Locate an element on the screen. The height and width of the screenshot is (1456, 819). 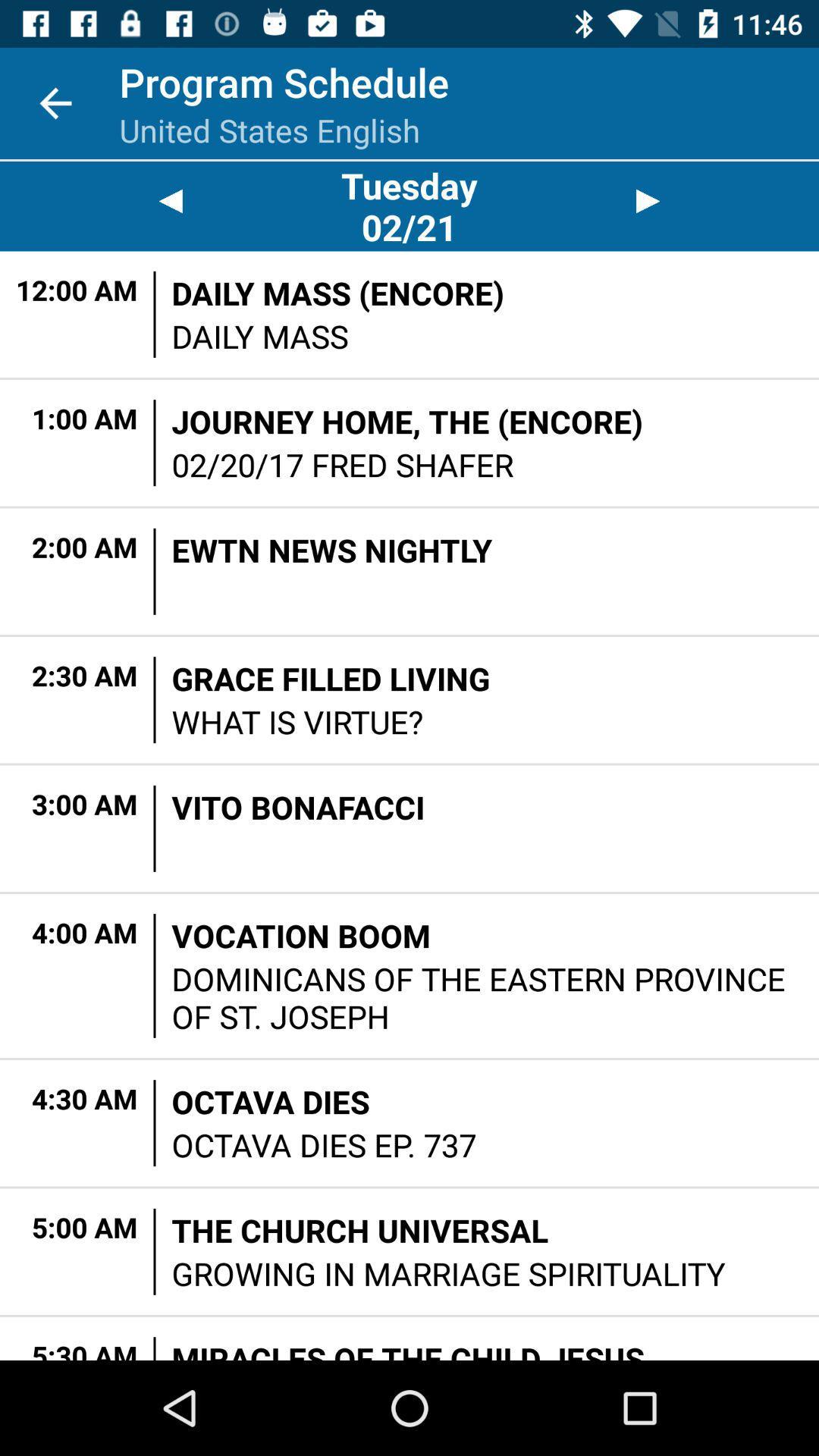
icon next to program schedule item is located at coordinates (55, 102).